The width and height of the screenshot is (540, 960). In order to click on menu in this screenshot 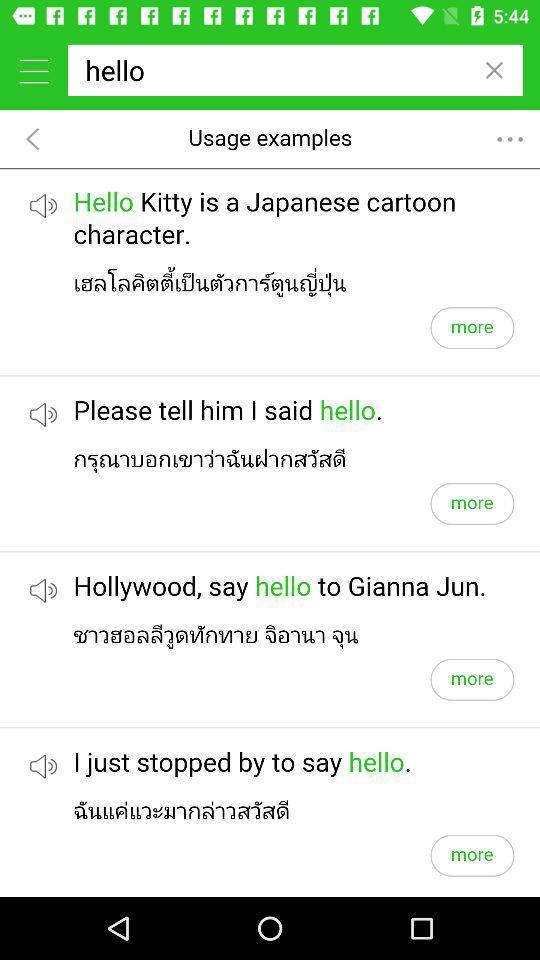, I will do `click(33, 70)`.